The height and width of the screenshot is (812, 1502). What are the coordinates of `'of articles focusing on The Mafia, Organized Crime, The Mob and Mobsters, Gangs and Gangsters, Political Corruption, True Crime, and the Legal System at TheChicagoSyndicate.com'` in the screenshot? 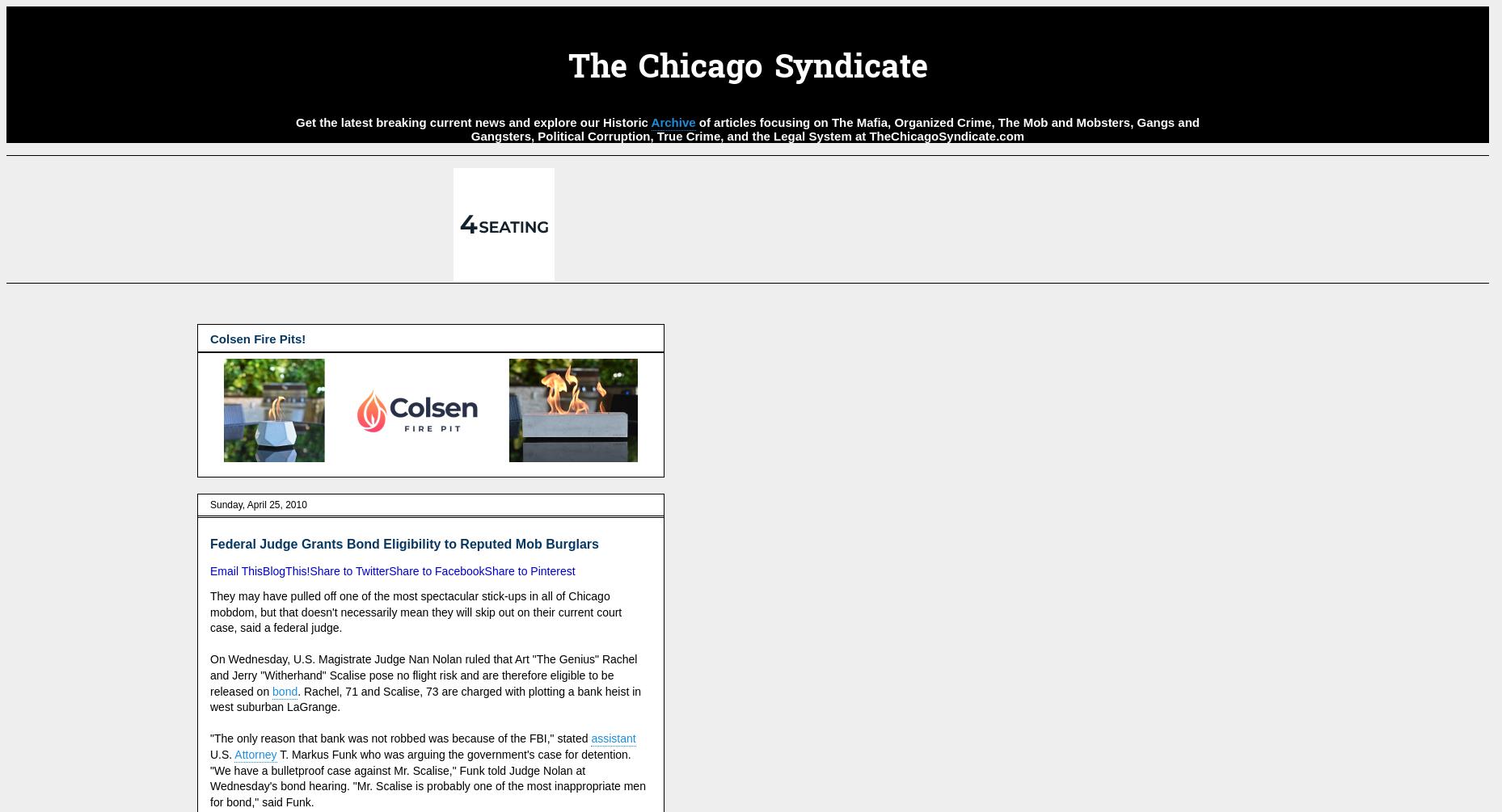 It's located at (469, 128).